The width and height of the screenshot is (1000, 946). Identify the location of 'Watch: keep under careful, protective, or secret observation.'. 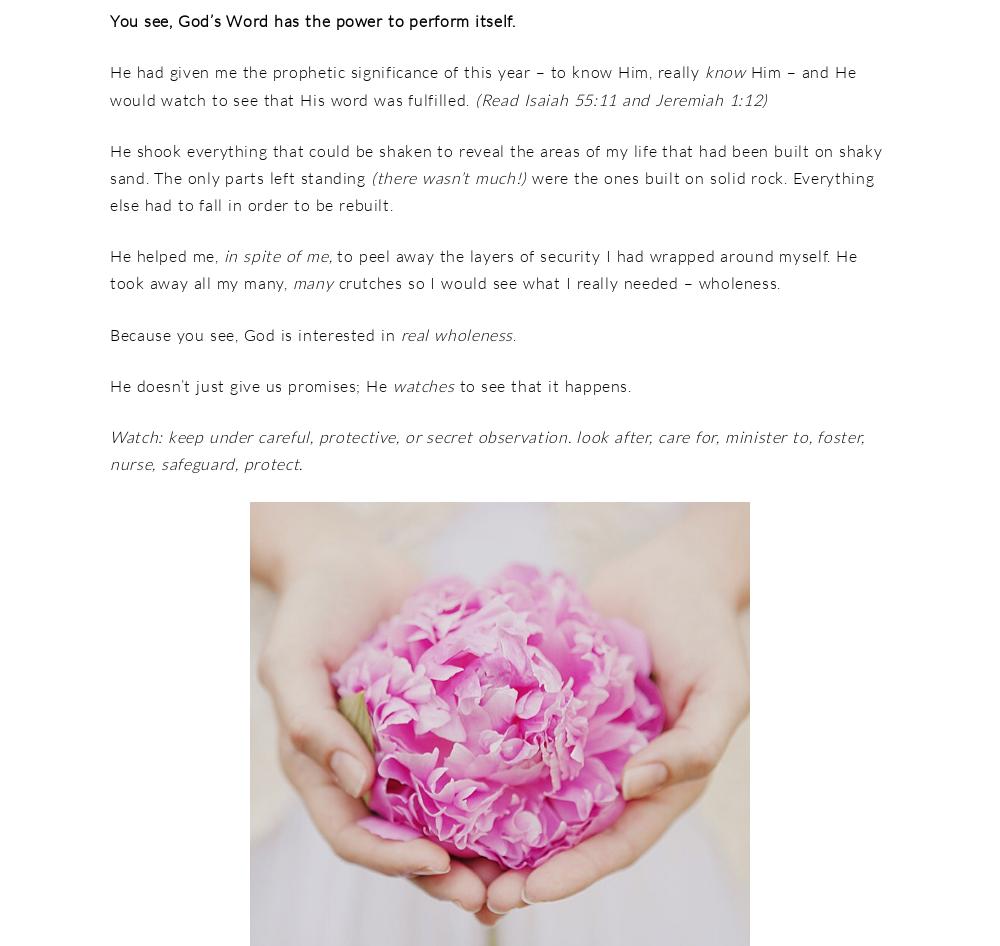
(342, 435).